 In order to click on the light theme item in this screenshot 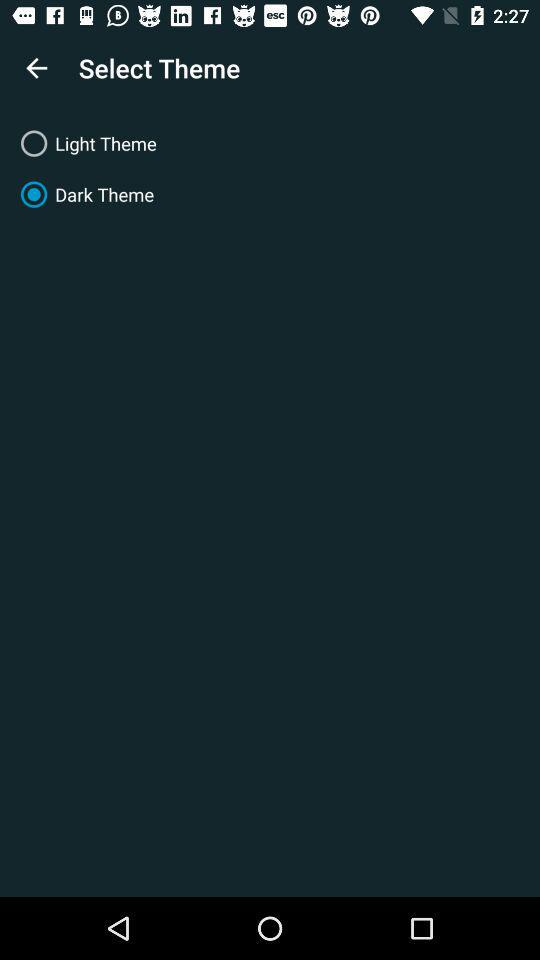, I will do `click(270, 142)`.